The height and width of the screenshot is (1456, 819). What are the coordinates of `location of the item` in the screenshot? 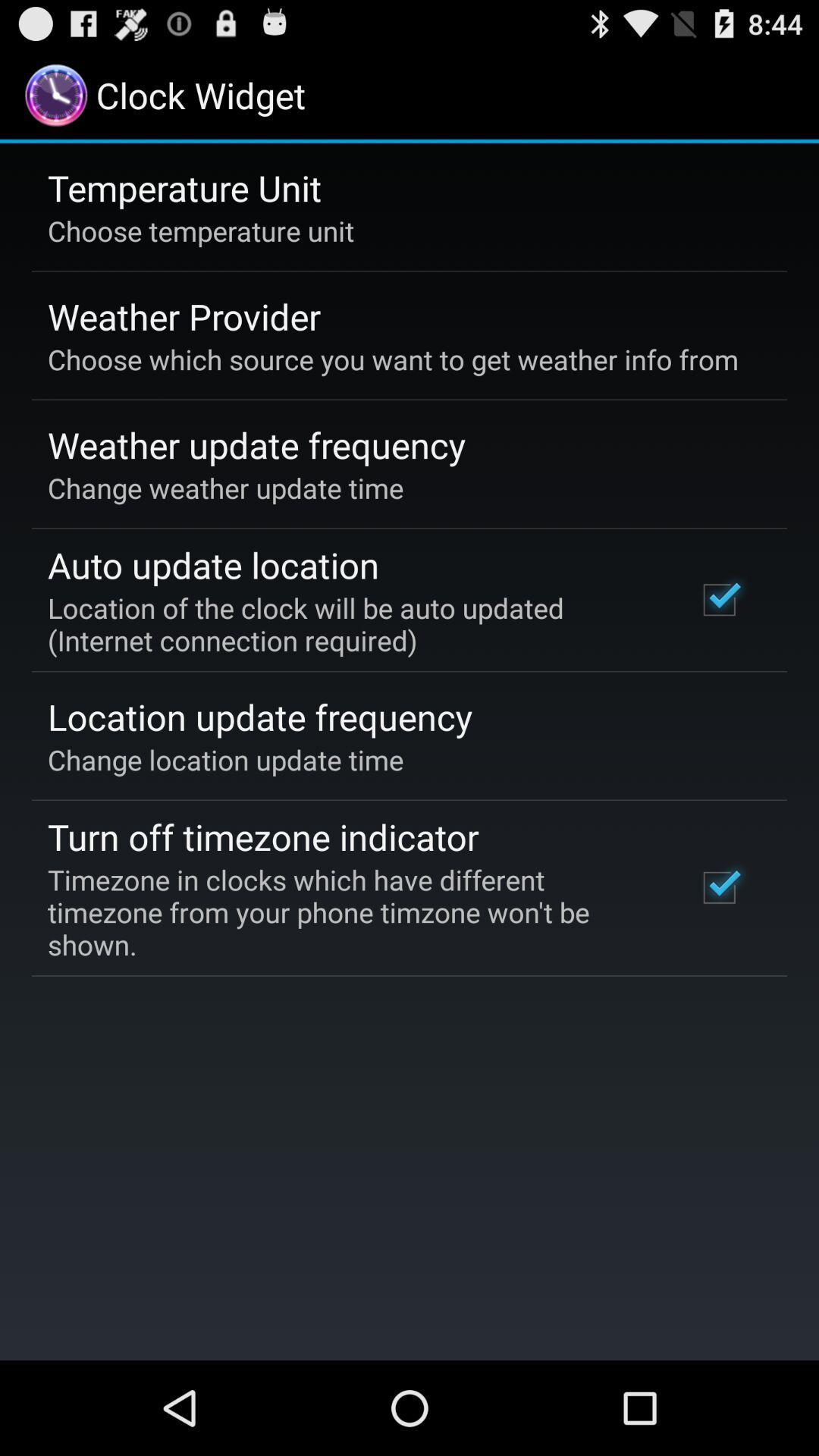 It's located at (351, 624).